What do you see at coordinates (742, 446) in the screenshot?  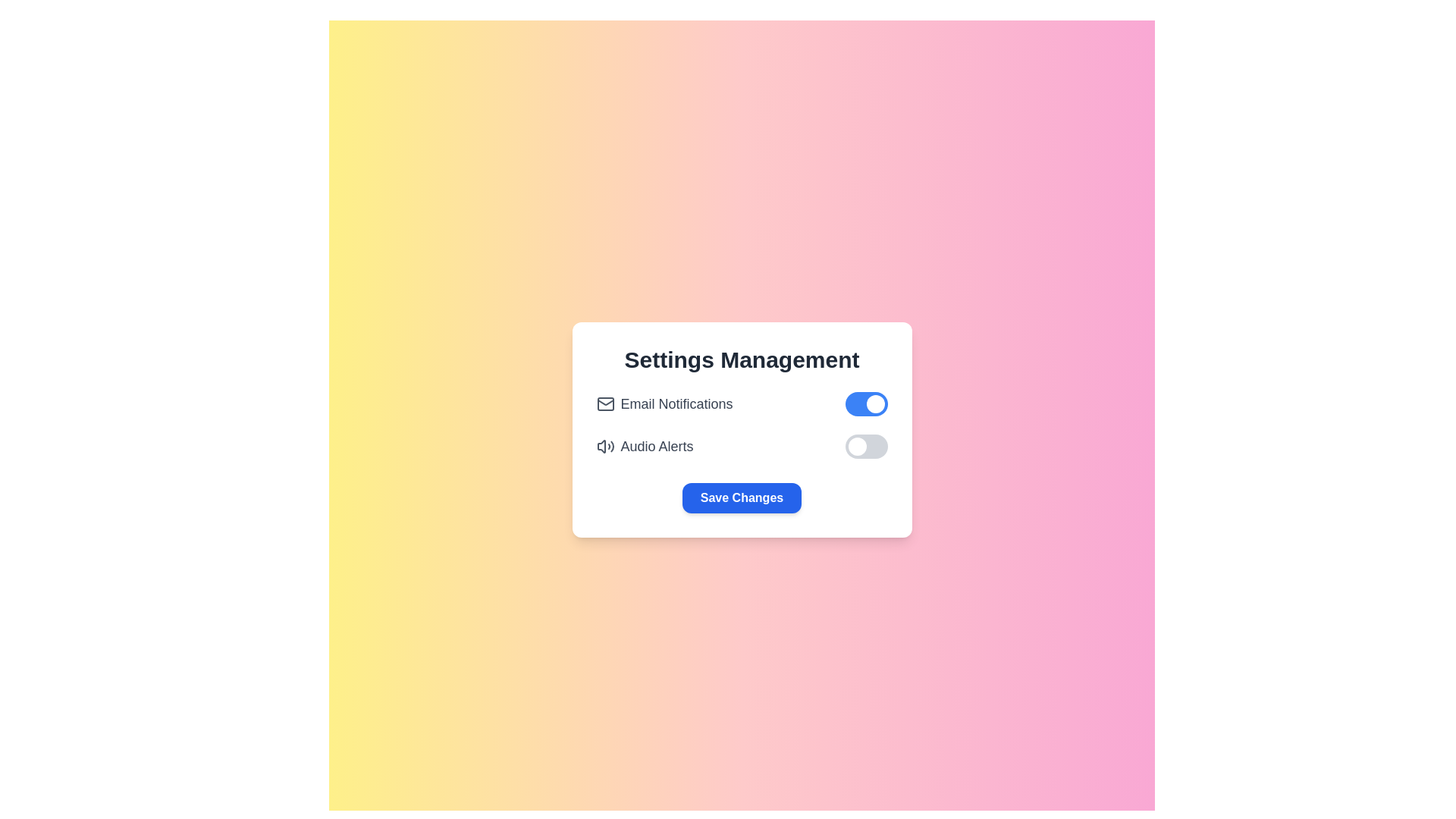 I see `the toggle switch` at bounding box center [742, 446].